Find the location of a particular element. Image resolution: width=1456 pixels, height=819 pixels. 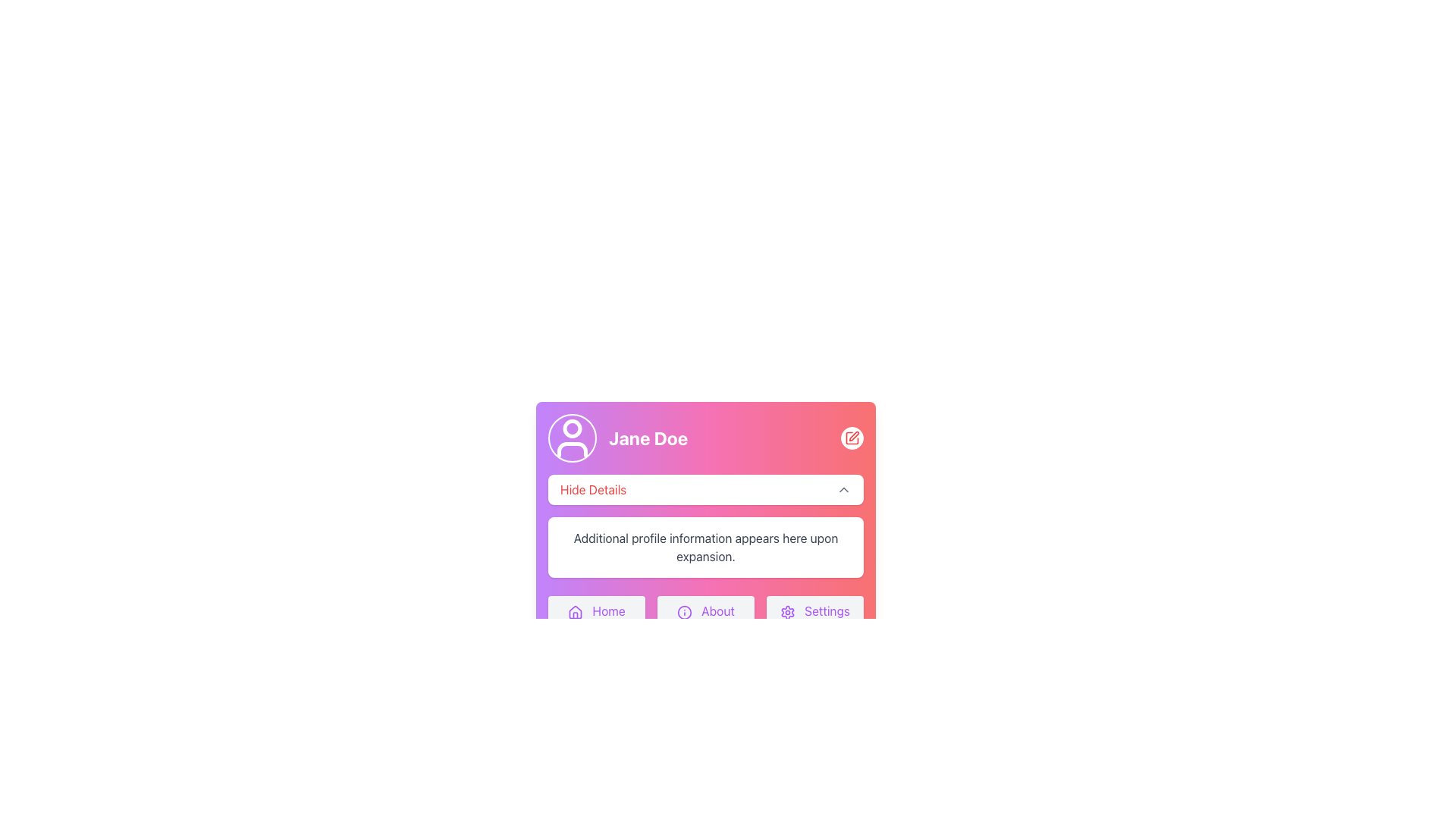

the gear-like settings icon located in the bottom navigation bar is located at coordinates (787, 611).